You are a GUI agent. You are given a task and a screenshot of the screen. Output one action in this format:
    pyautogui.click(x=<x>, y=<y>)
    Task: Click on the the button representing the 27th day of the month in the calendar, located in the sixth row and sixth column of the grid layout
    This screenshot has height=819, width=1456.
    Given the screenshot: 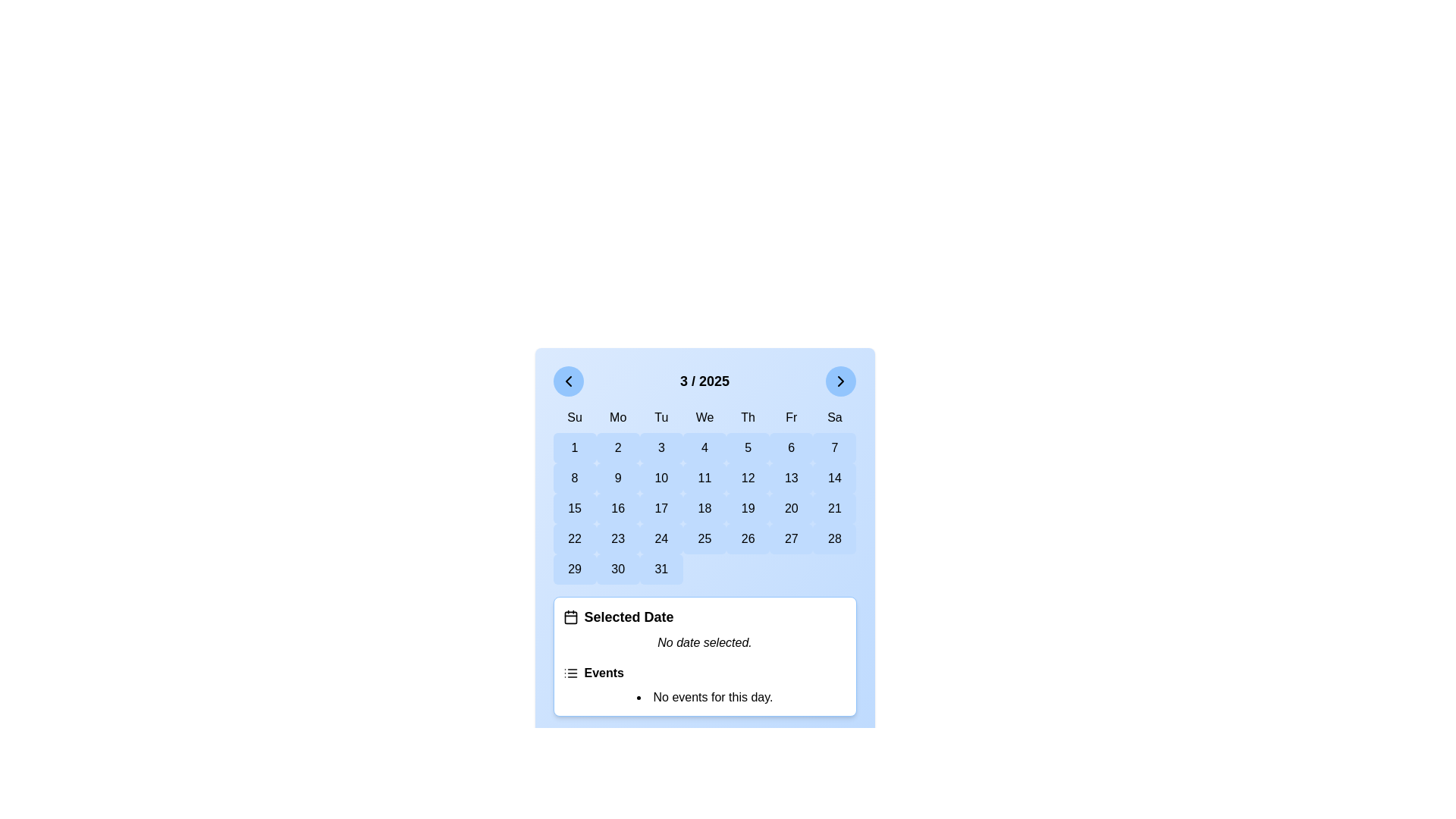 What is the action you would take?
    pyautogui.click(x=790, y=538)
    